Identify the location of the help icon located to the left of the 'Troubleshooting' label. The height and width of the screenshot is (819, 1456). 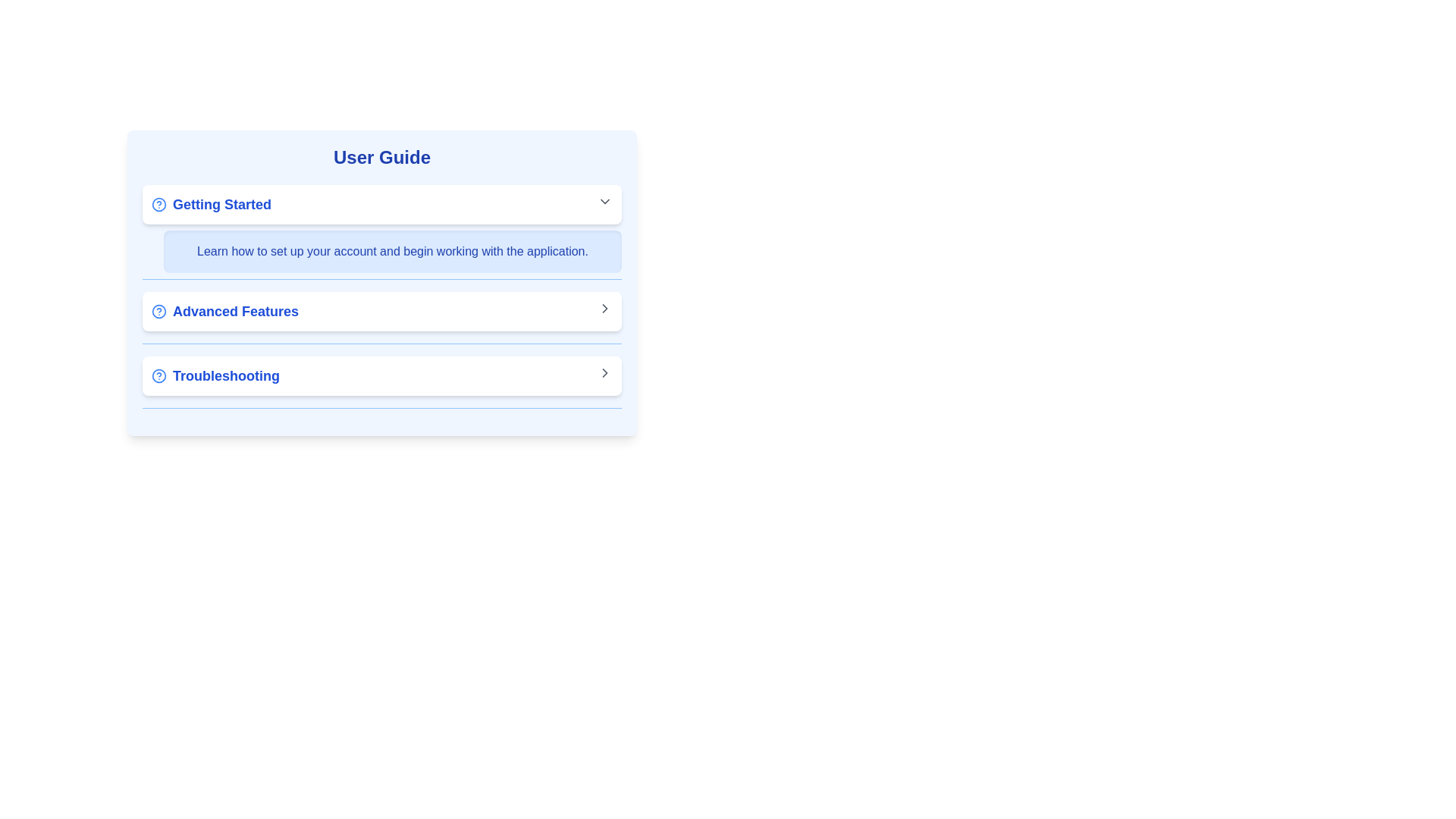
(159, 375).